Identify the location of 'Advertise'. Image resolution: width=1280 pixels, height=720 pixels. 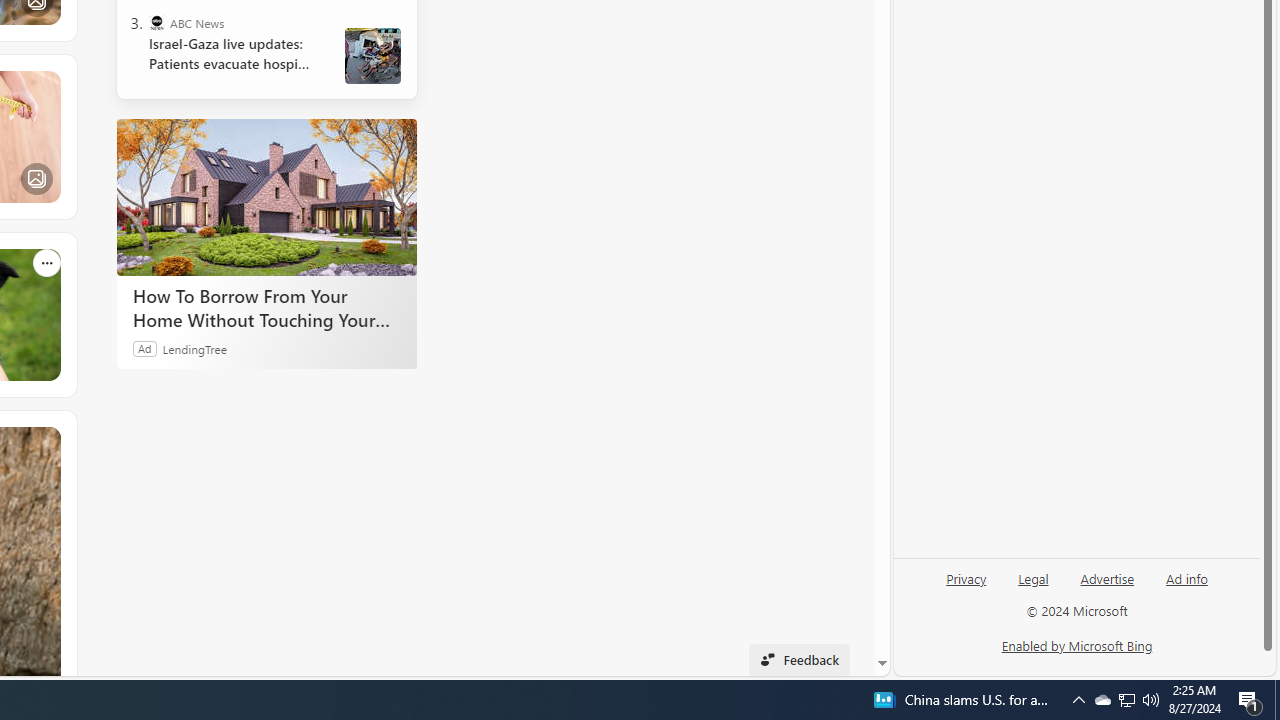
(1106, 577).